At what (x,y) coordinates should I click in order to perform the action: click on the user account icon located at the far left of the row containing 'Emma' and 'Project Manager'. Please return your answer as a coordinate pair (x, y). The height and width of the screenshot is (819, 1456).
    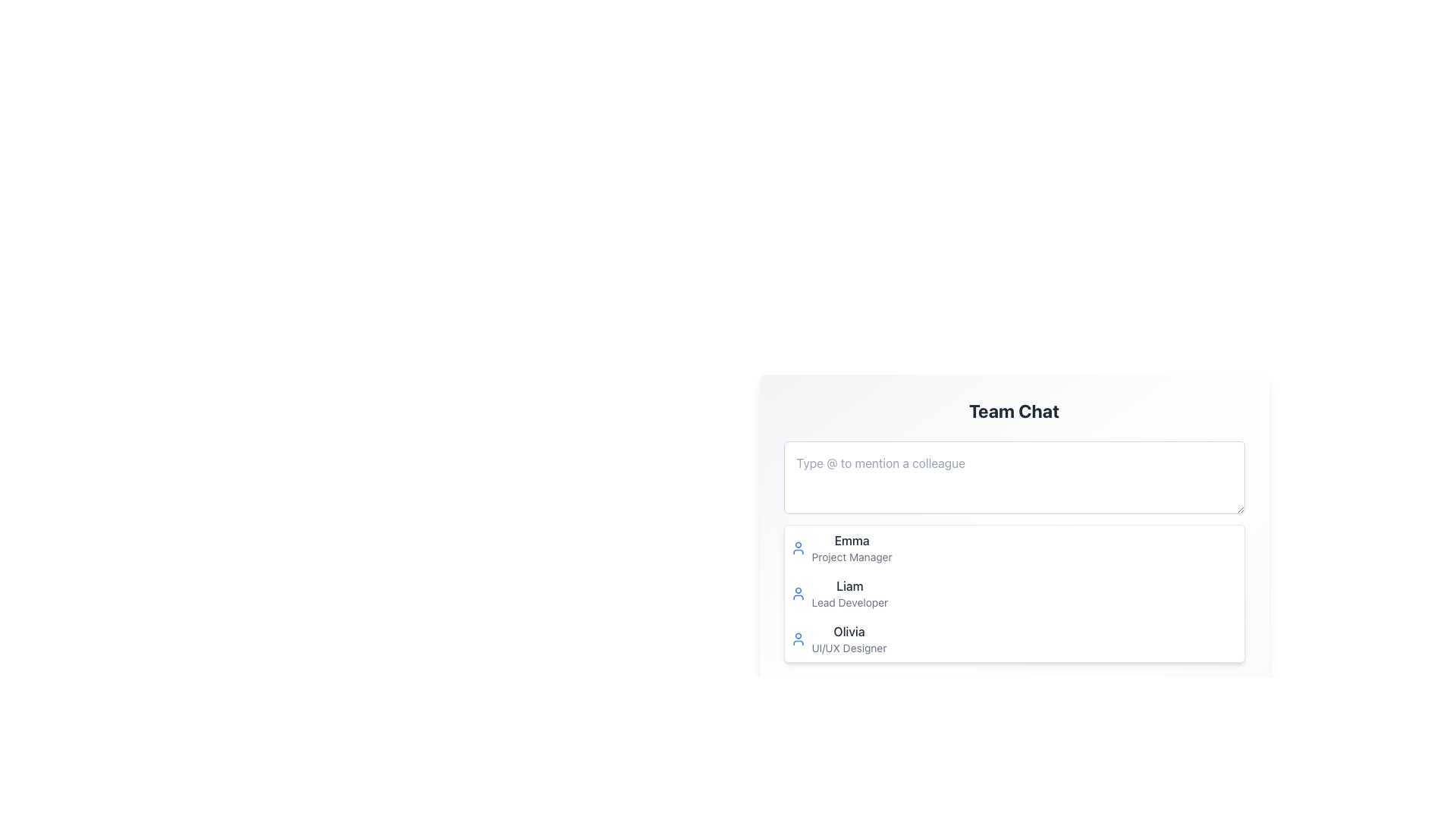
    Looking at the image, I should click on (797, 548).